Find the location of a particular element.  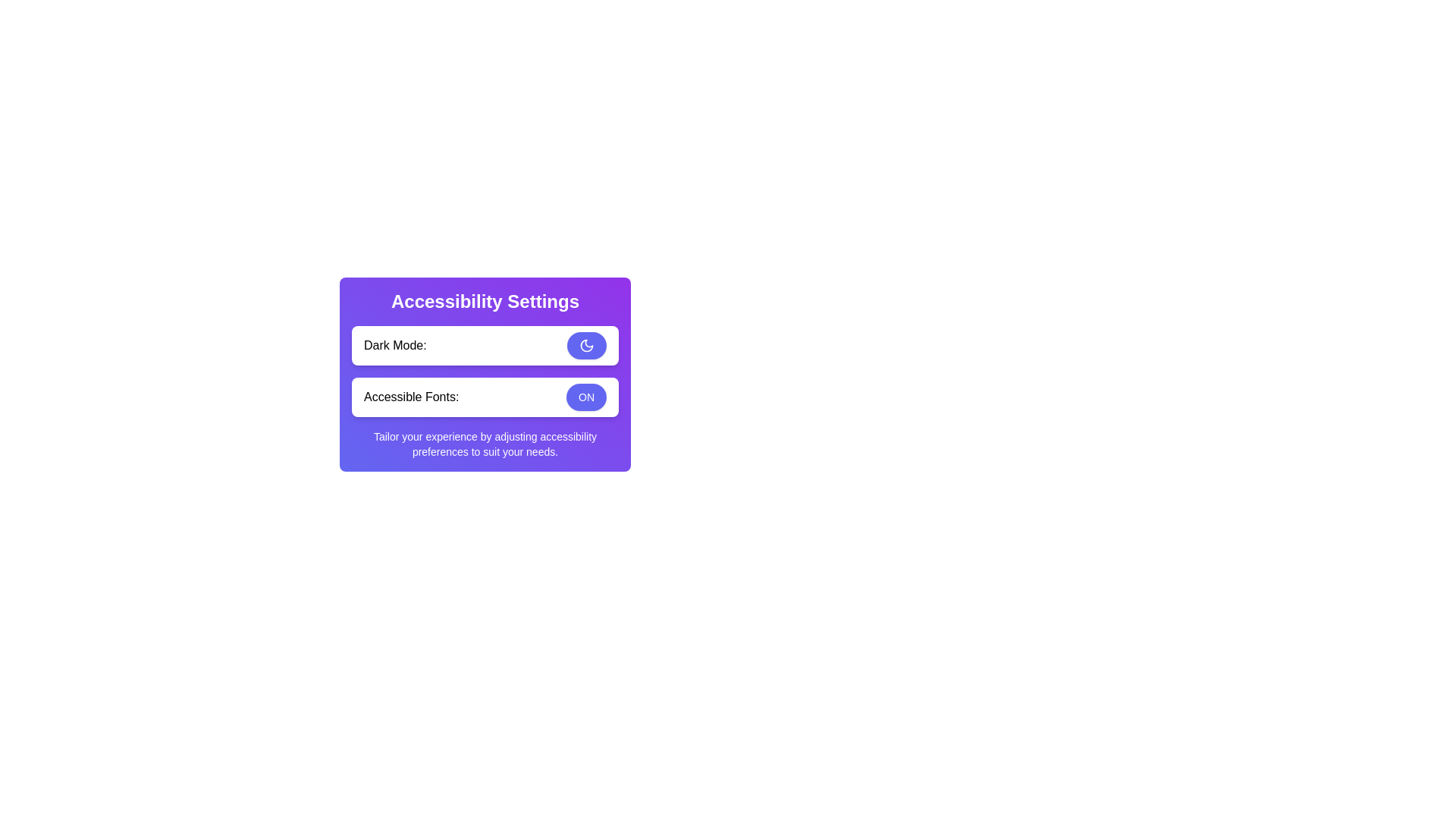

the text label that serves as a context for the 'ON' toggle button is located at coordinates (411, 397).